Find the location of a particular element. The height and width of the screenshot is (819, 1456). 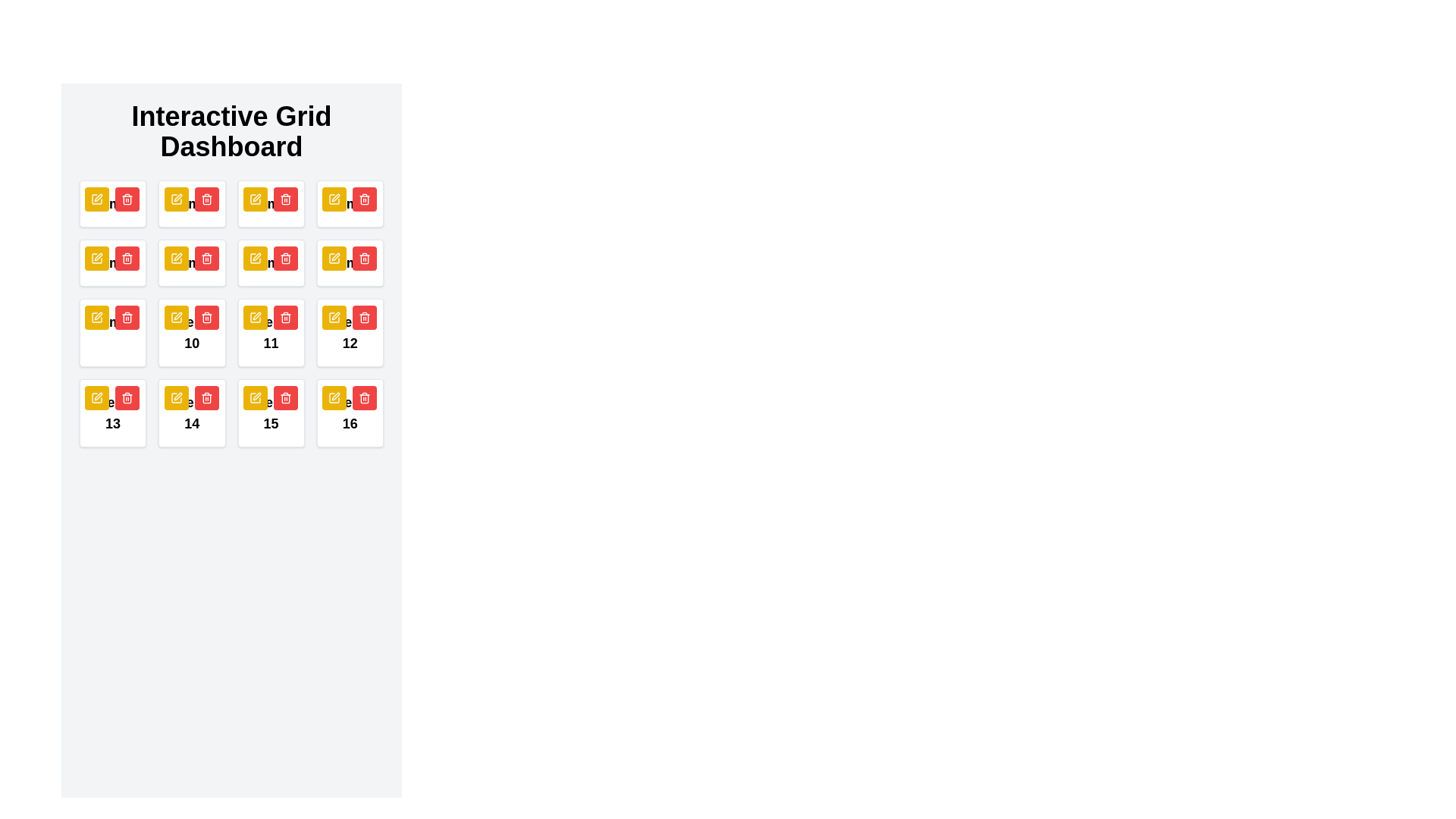

the yellow button is located at coordinates (191, 262).